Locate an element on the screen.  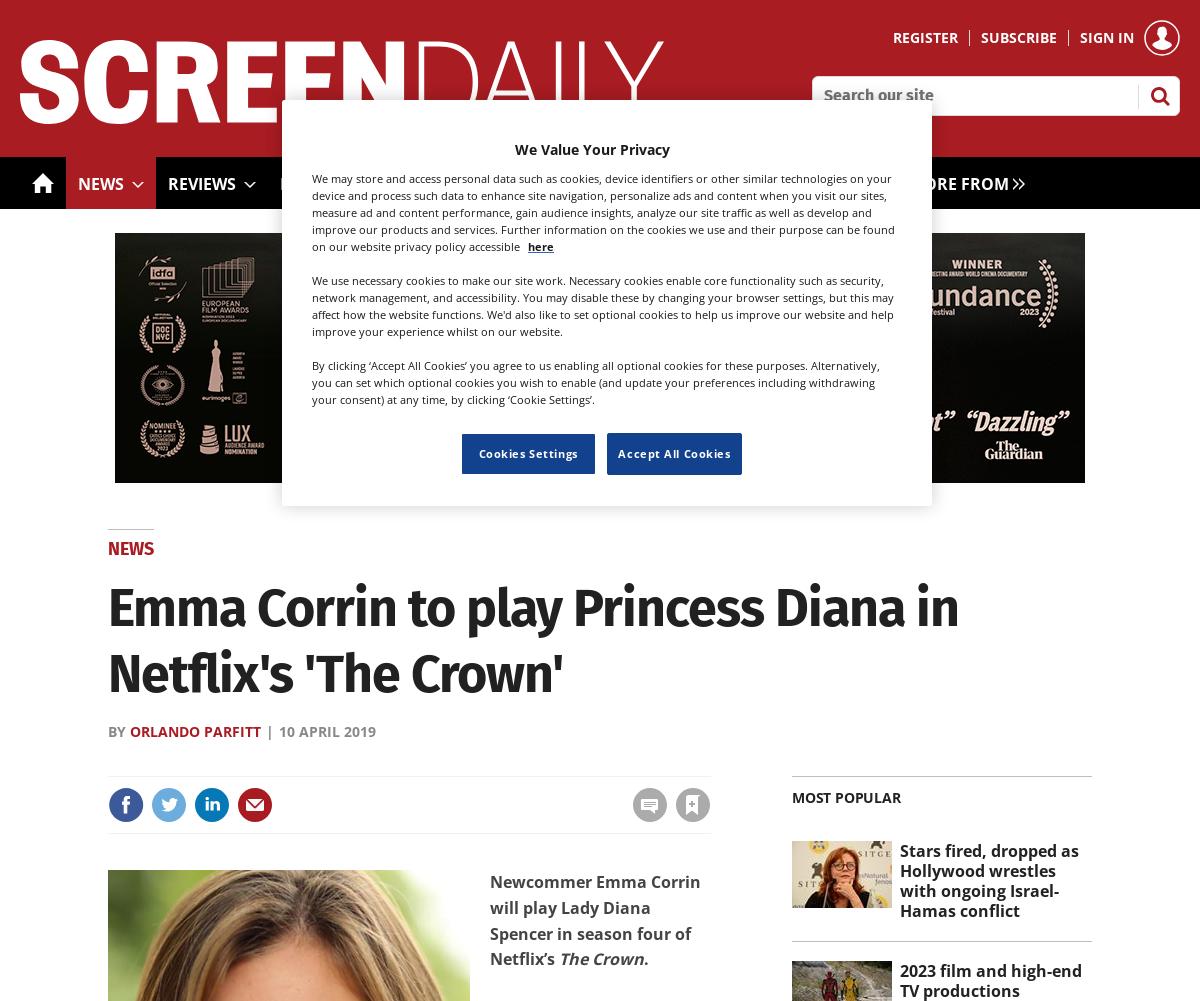
'Emma Corrin to play Princess Diana in Netflix's 'The Crown'' is located at coordinates (532, 641).